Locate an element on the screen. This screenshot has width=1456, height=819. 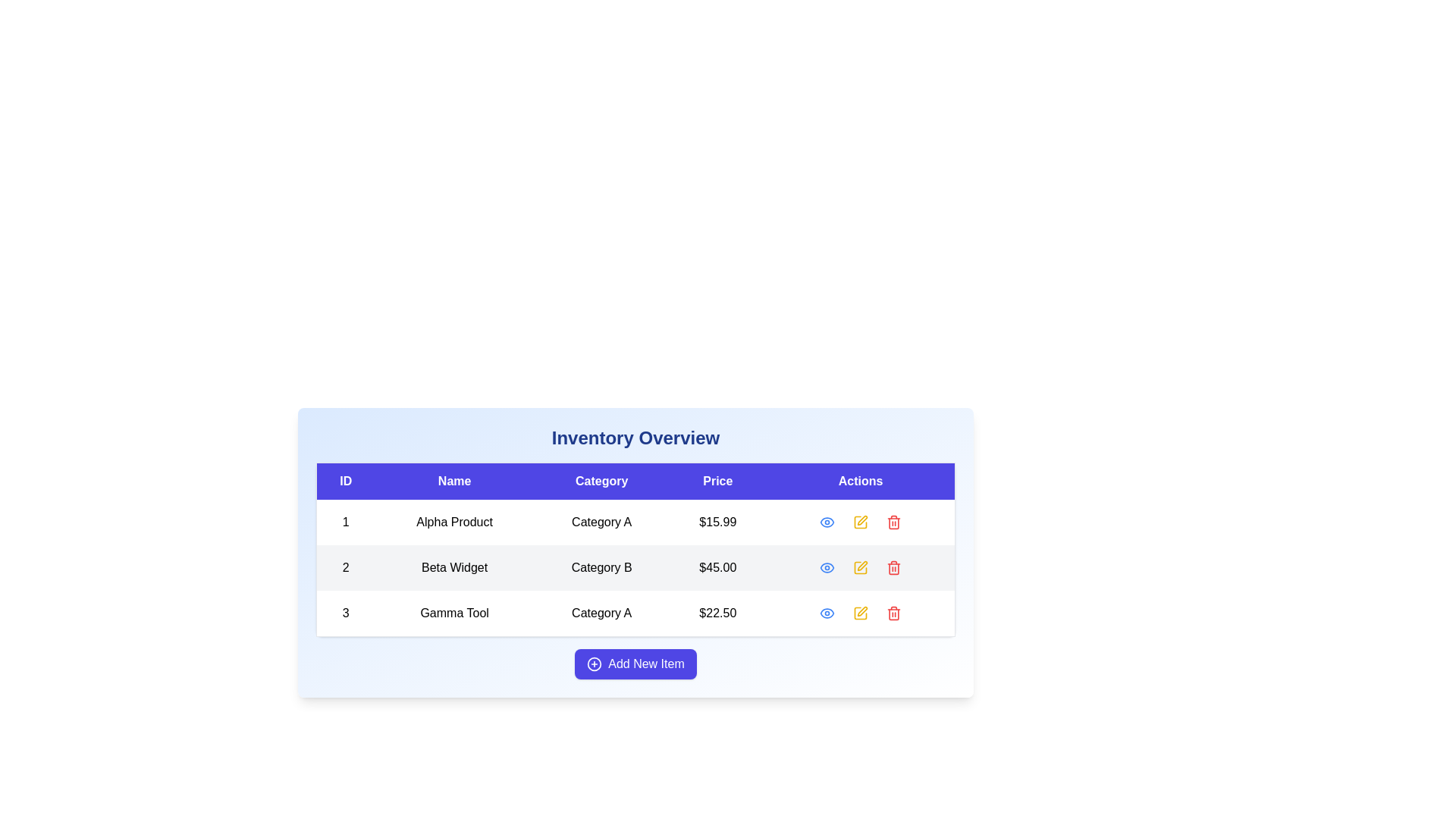
the Table Header labeled 'ID', which is styled with a bold blue background and white capitalized text, located at the leftmost position of the header group is located at coordinates (345, 481).